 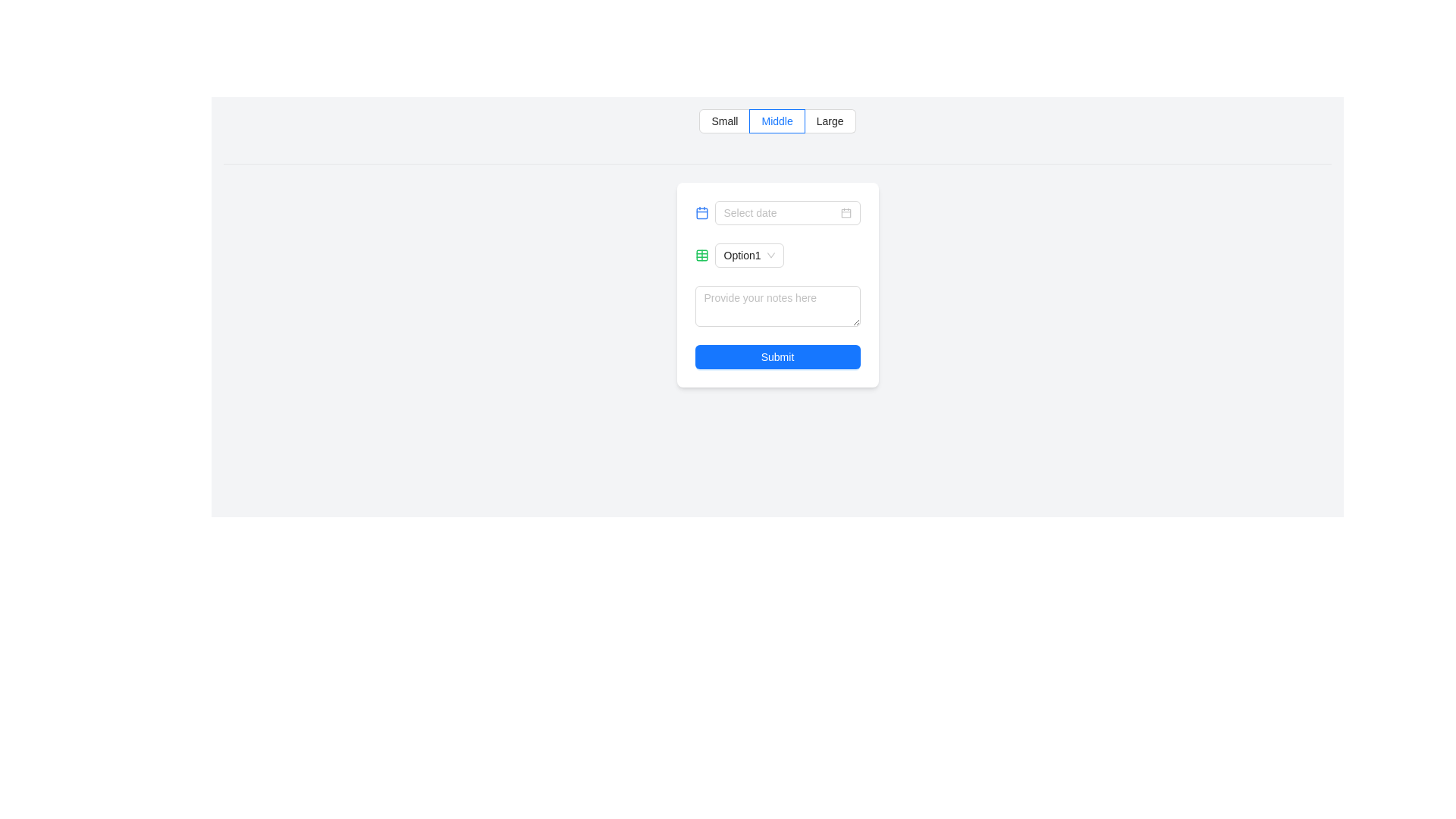 I want to click on the dropdown menu located in the central form towards the right of the calendar, so click(x=749, y=254).